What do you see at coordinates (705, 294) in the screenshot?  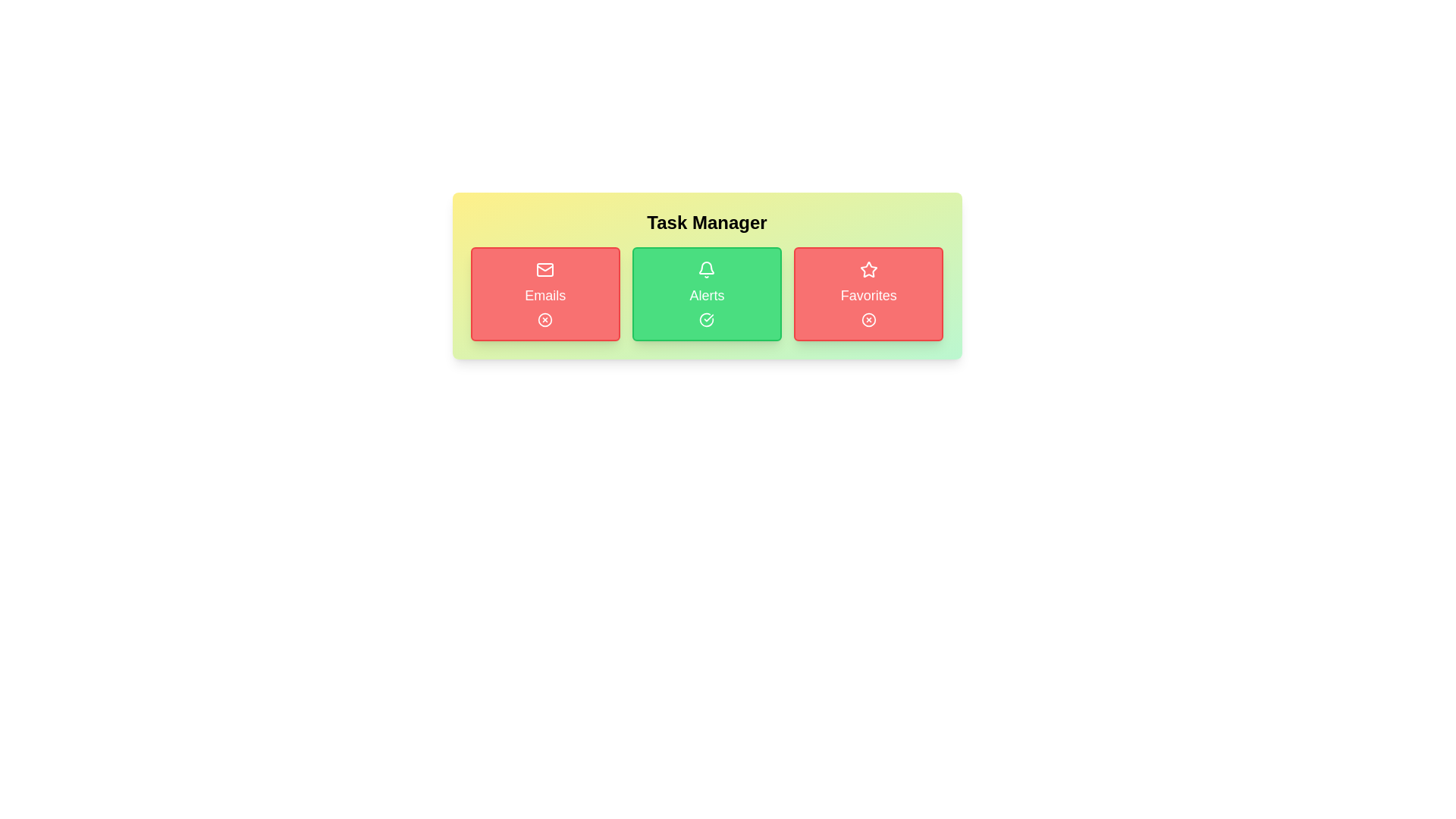 I see `the task button labeled 'Alerts' to inspect its icon` at bounding box center [705, 294].